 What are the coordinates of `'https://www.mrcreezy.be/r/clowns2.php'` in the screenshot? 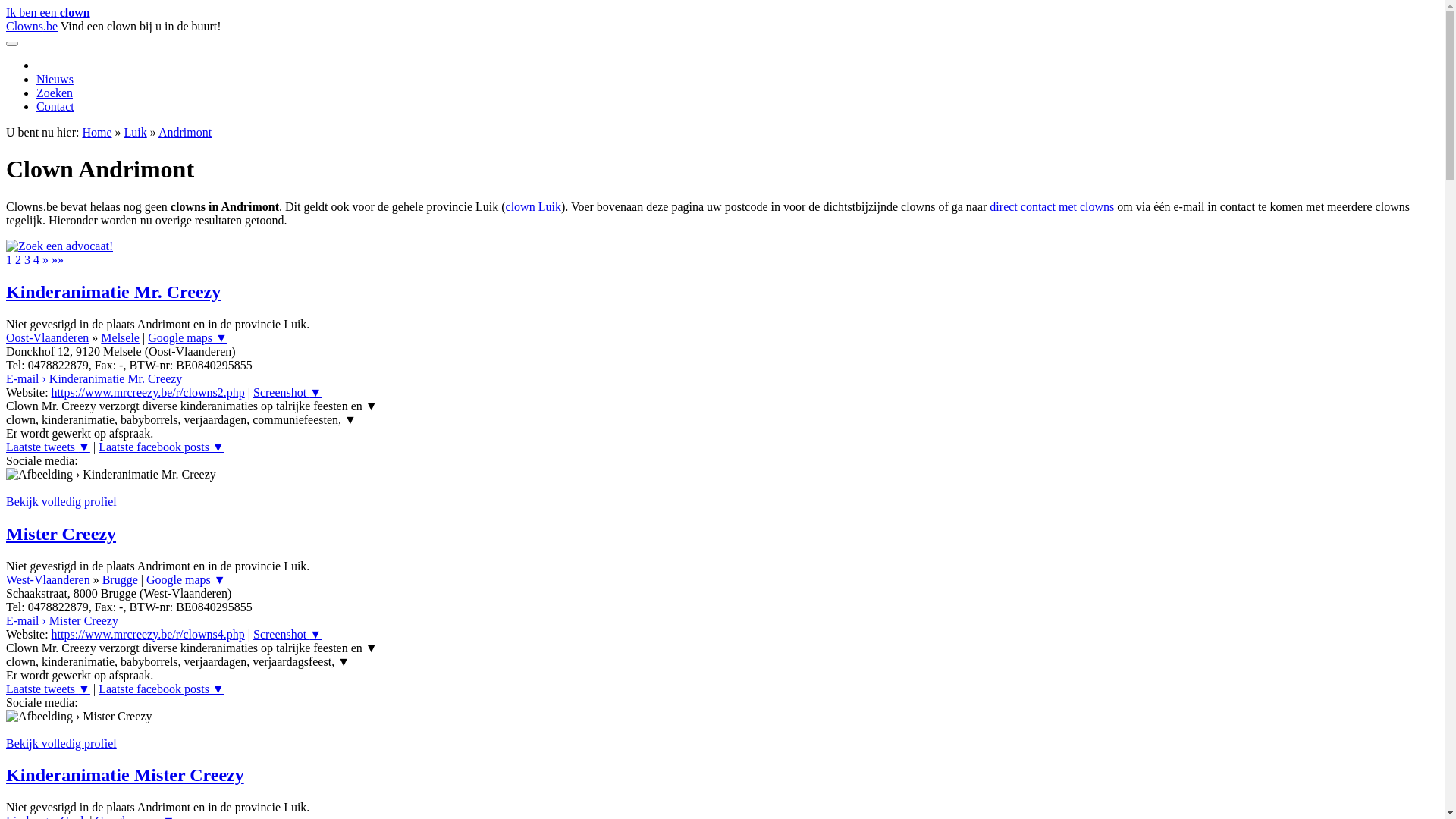 It's located at (51, 391).